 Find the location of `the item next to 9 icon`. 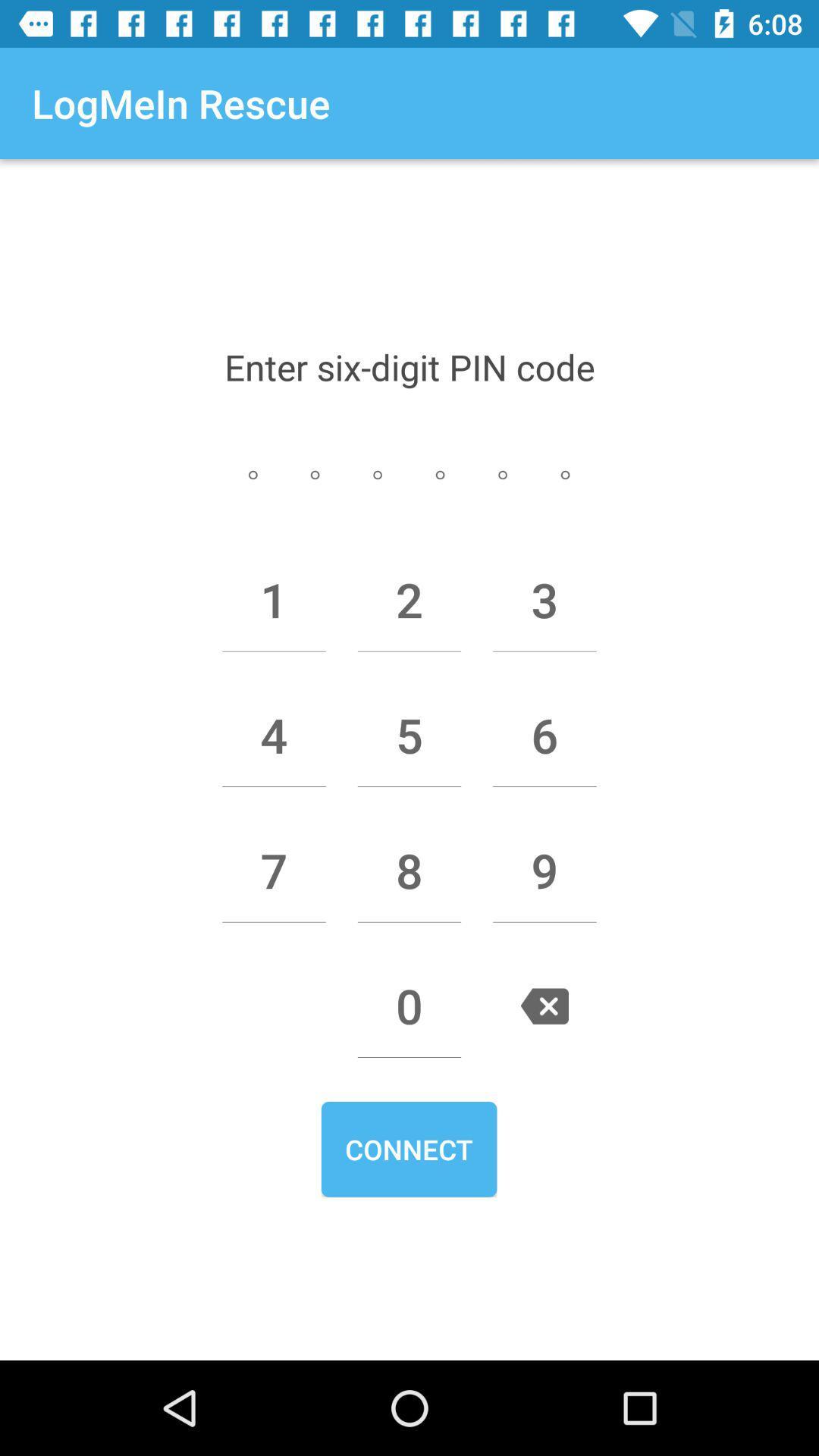

the item next to 9 icon is located at coordinates (409, 871).